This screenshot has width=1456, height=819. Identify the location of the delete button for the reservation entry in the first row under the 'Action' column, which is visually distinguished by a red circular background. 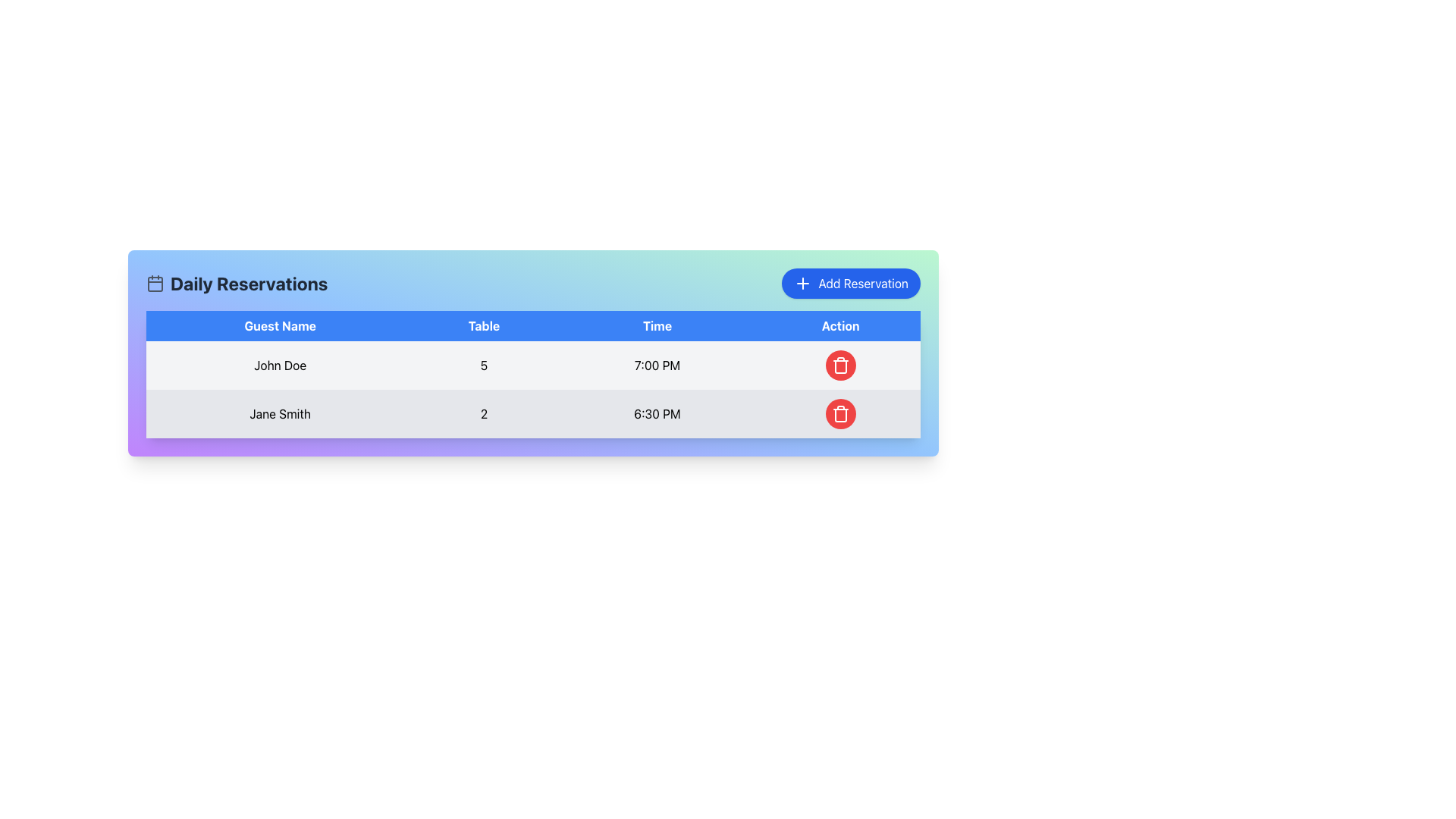
(839, 366).